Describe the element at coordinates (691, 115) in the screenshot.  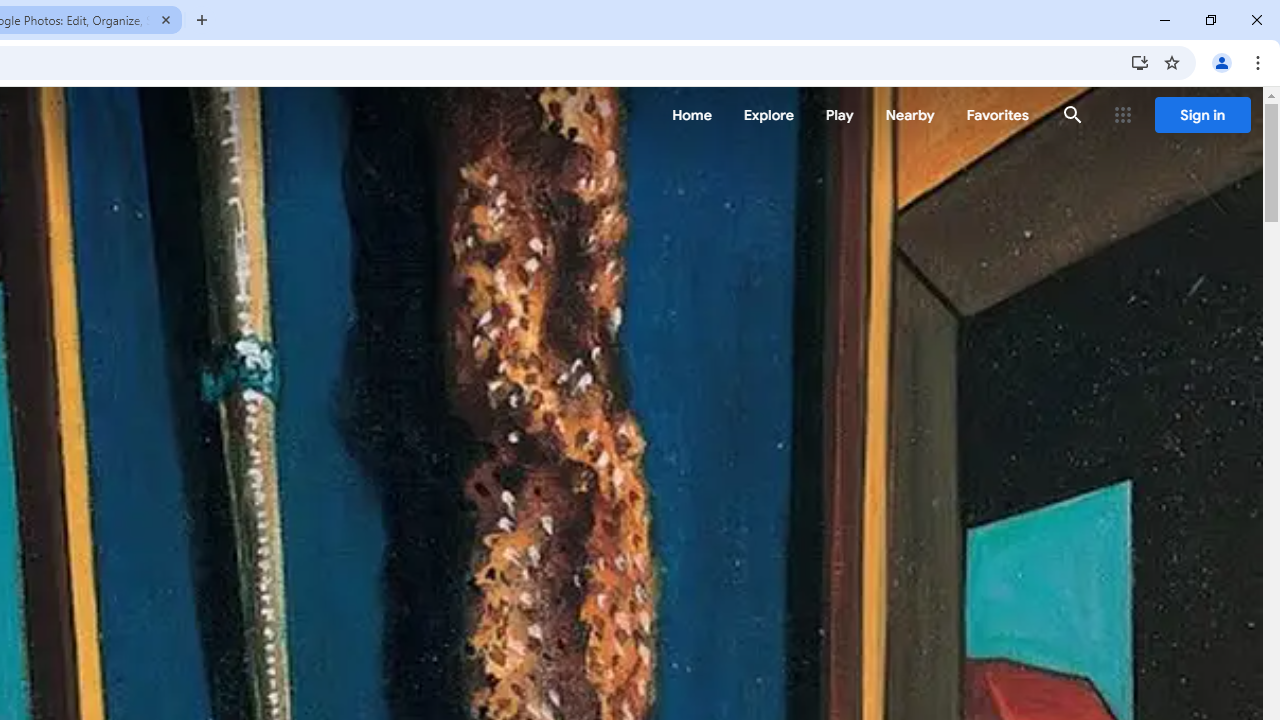
I see `'Home'` at that location.